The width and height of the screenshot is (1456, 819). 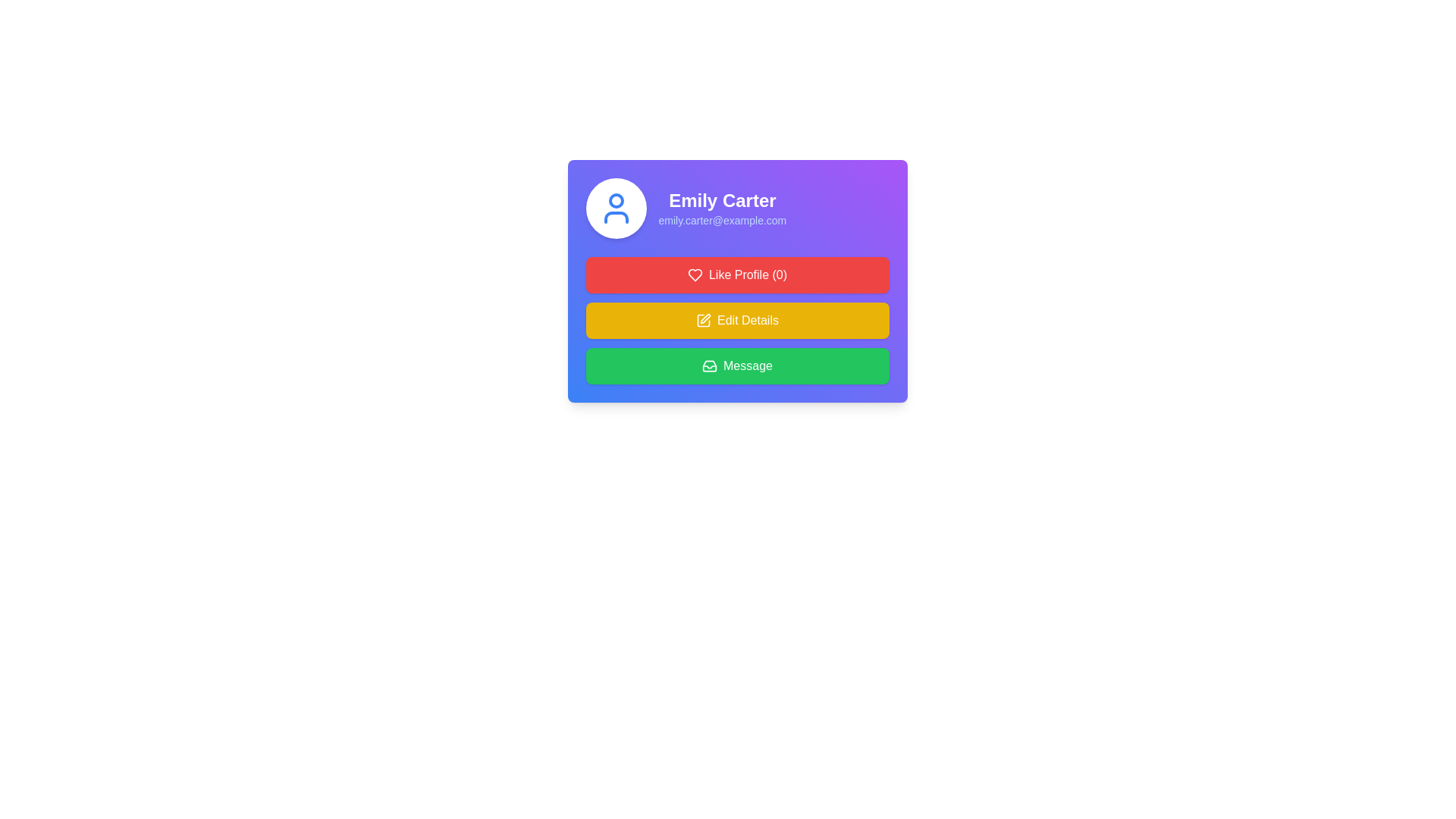 I want to click on the like button located below the user's profile information to like the profile, so click(x=737, y=275).